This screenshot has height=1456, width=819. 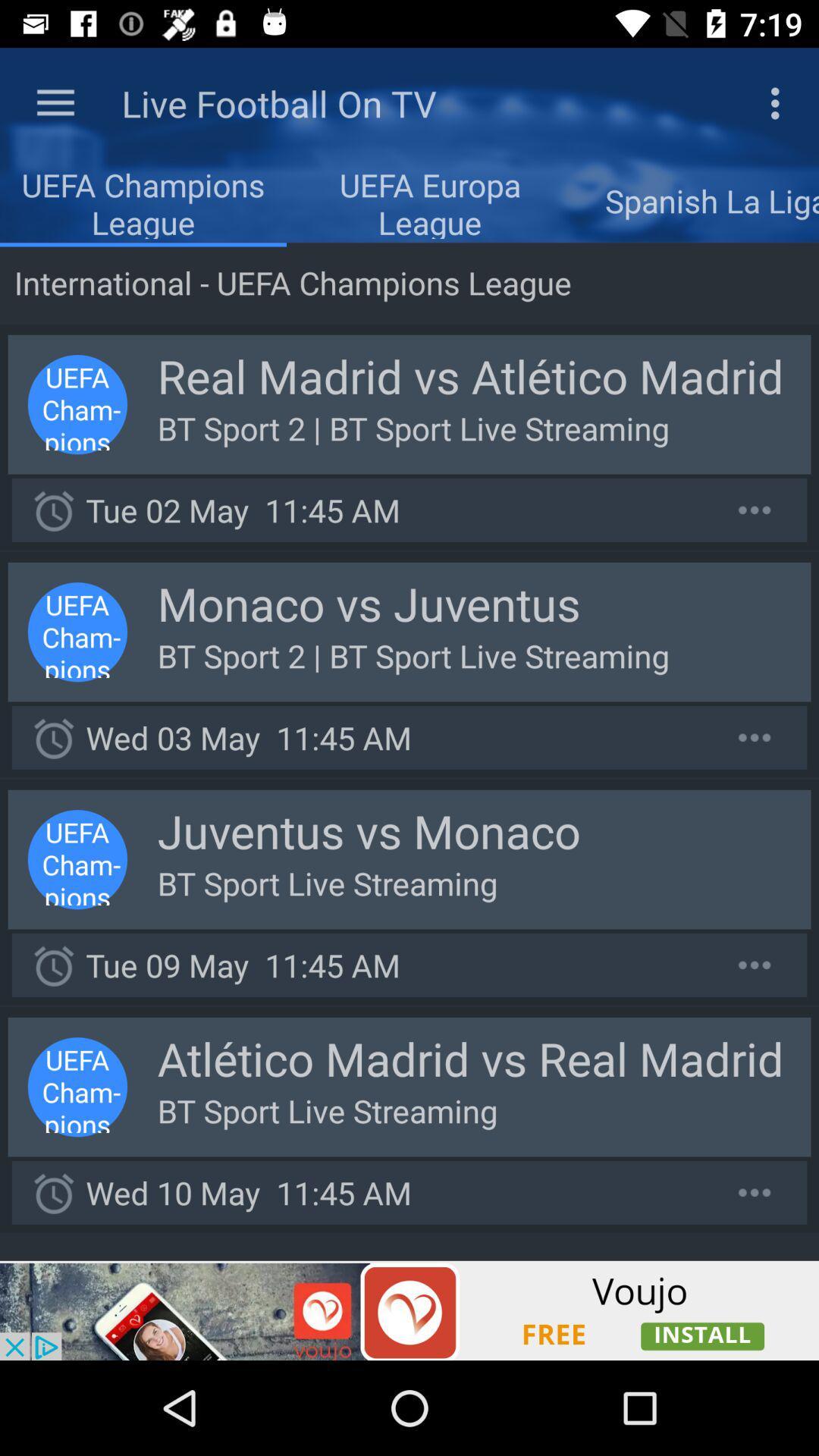 I want to click on option, so click(x=755, y=510).